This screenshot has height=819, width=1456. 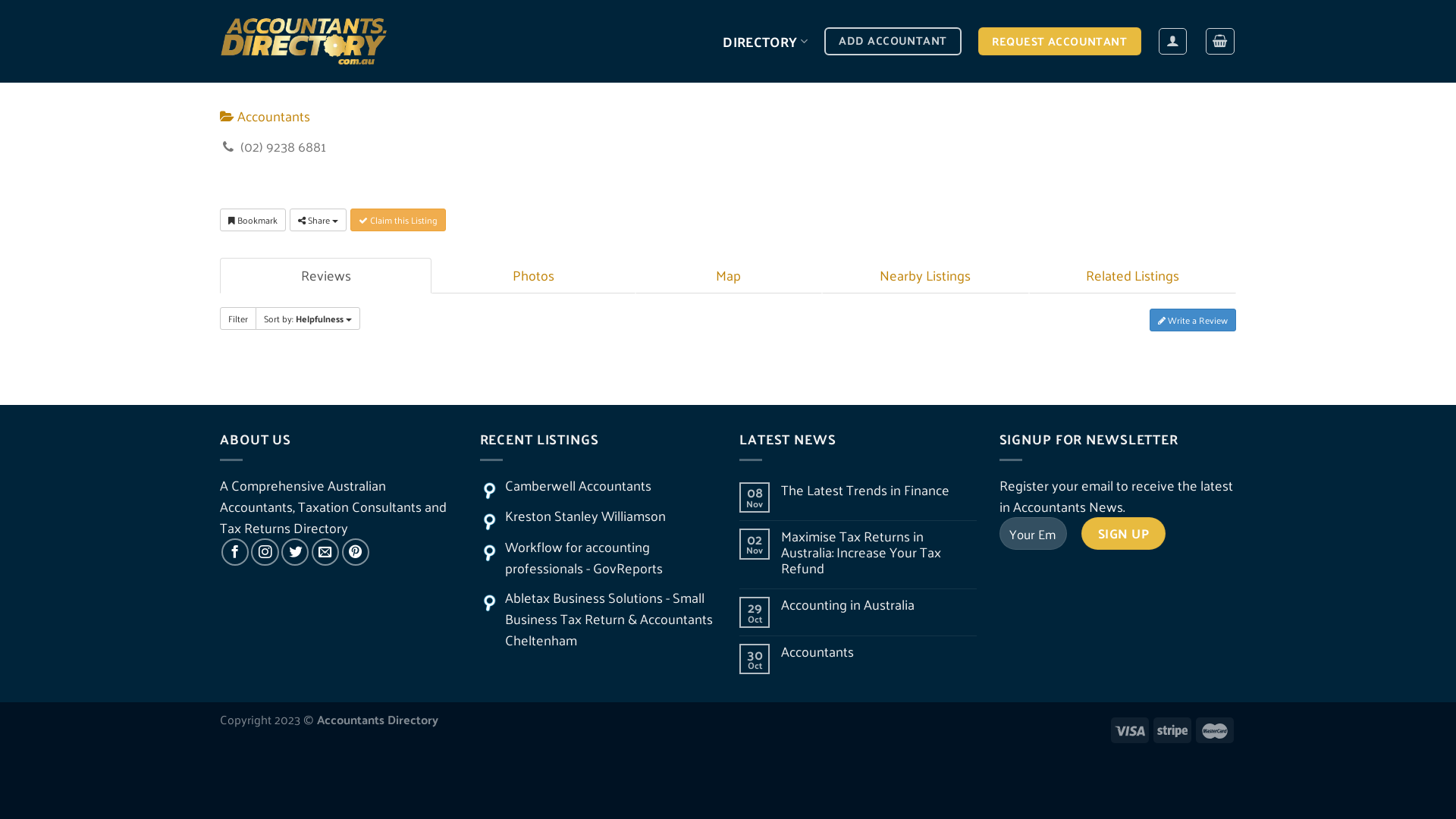 I want to click on 'Sign Up', so click(x=1123, y=532).